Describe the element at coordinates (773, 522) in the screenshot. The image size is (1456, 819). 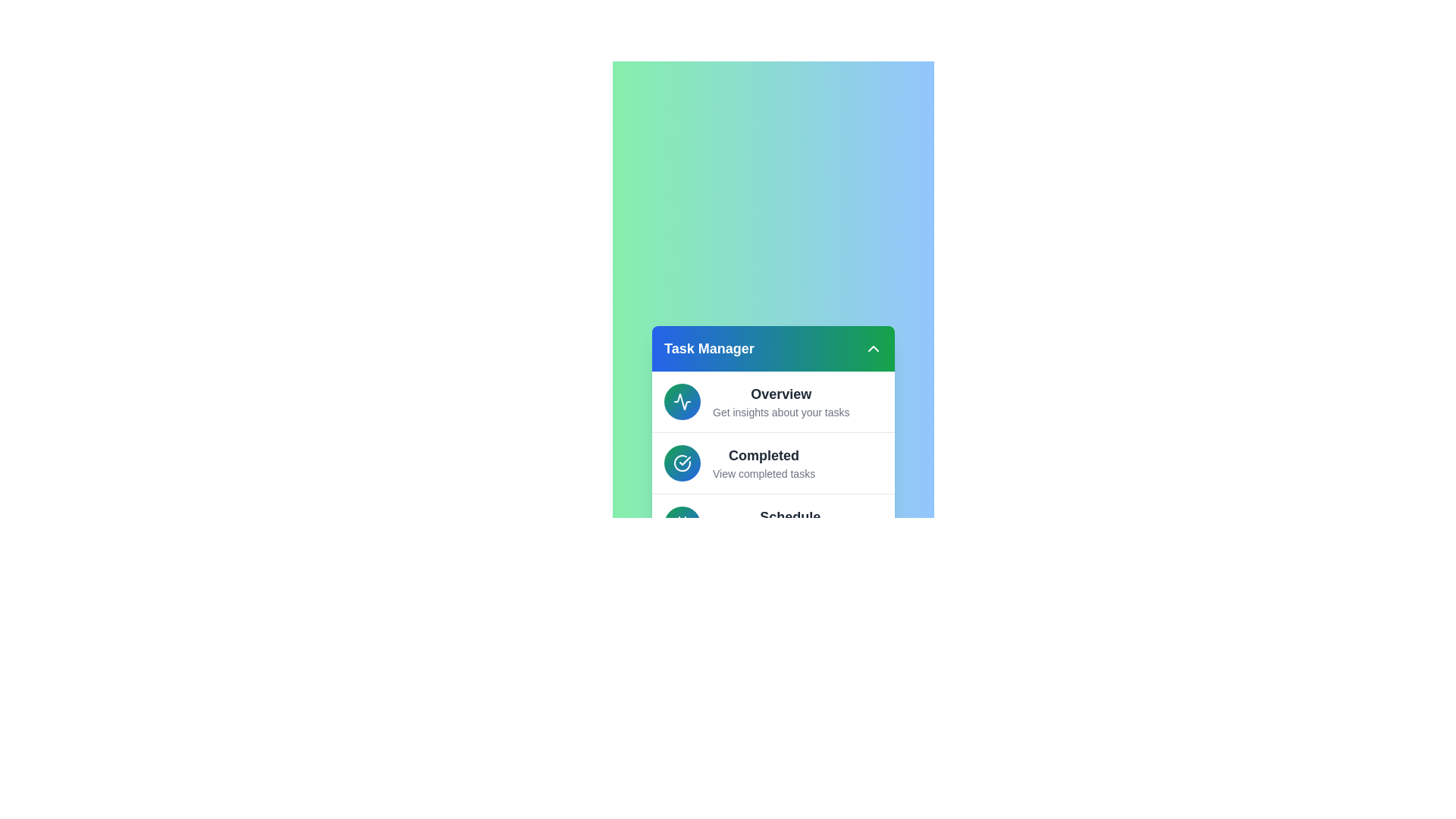
I see `the list item corresponding to the task category Schedule` at that location.